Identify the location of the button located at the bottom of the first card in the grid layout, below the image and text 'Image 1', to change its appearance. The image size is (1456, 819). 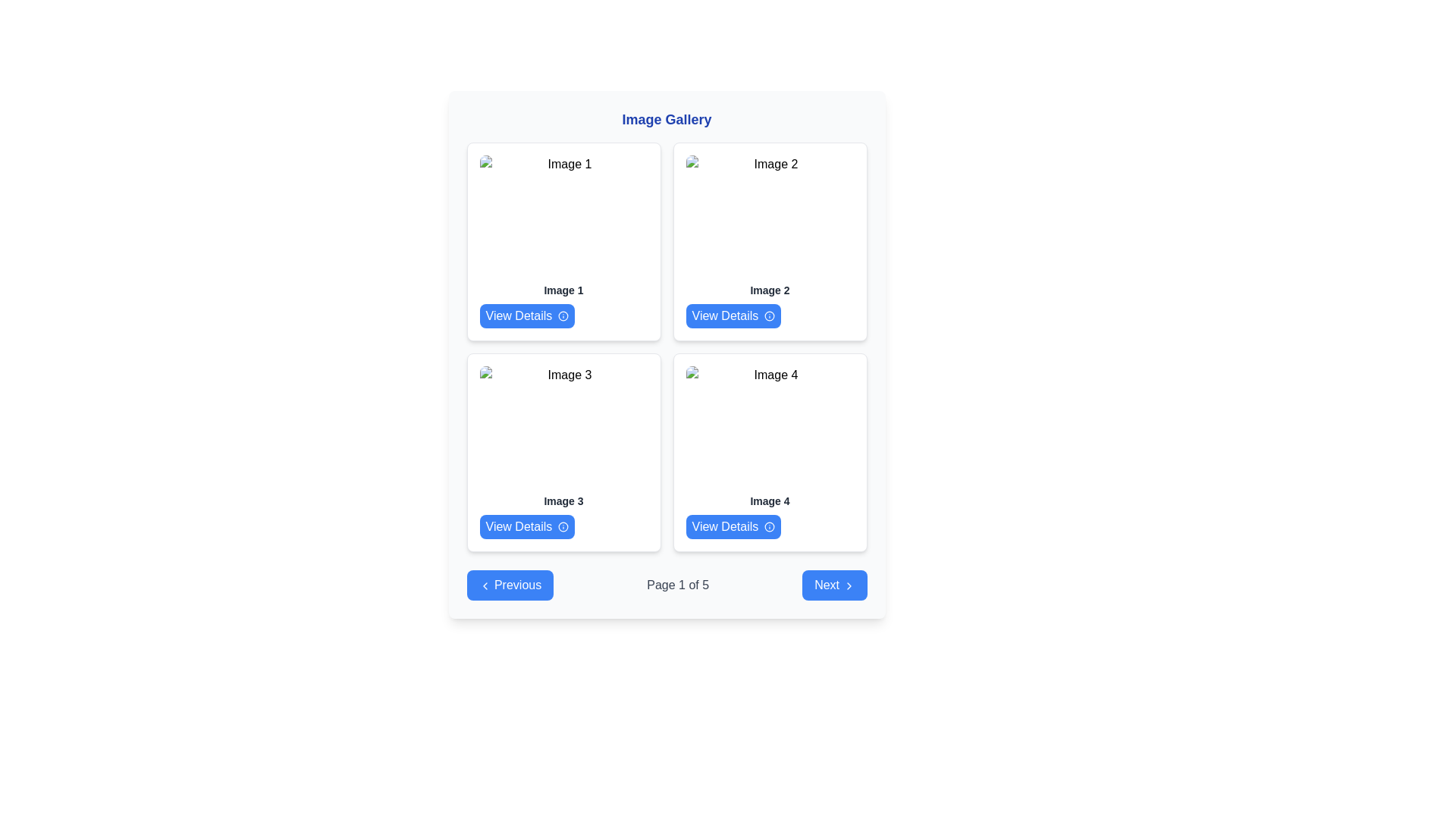
(527, 315).